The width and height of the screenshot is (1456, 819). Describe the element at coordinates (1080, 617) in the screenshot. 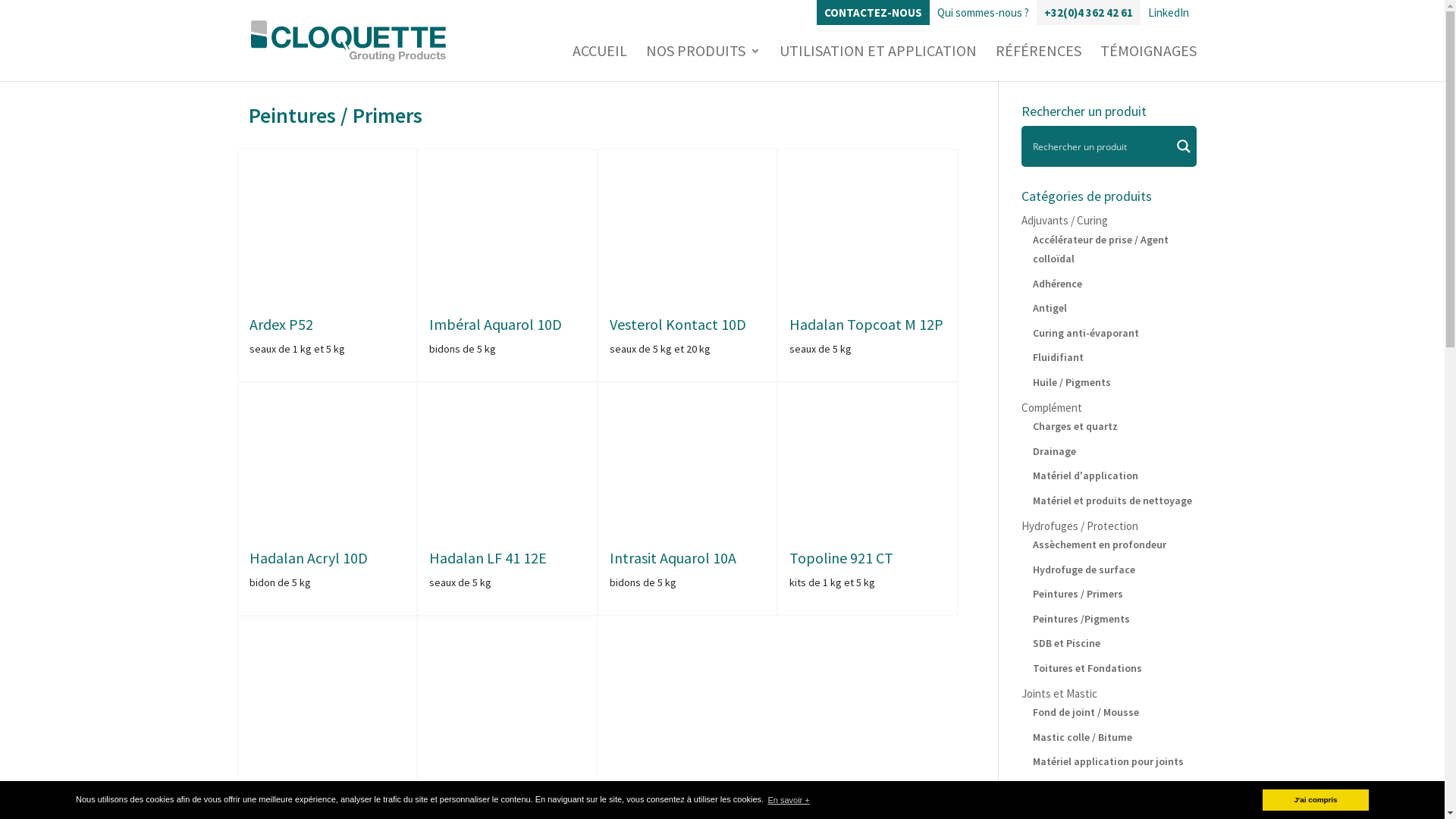

I see `'Peintures /Pigments'` at that location.